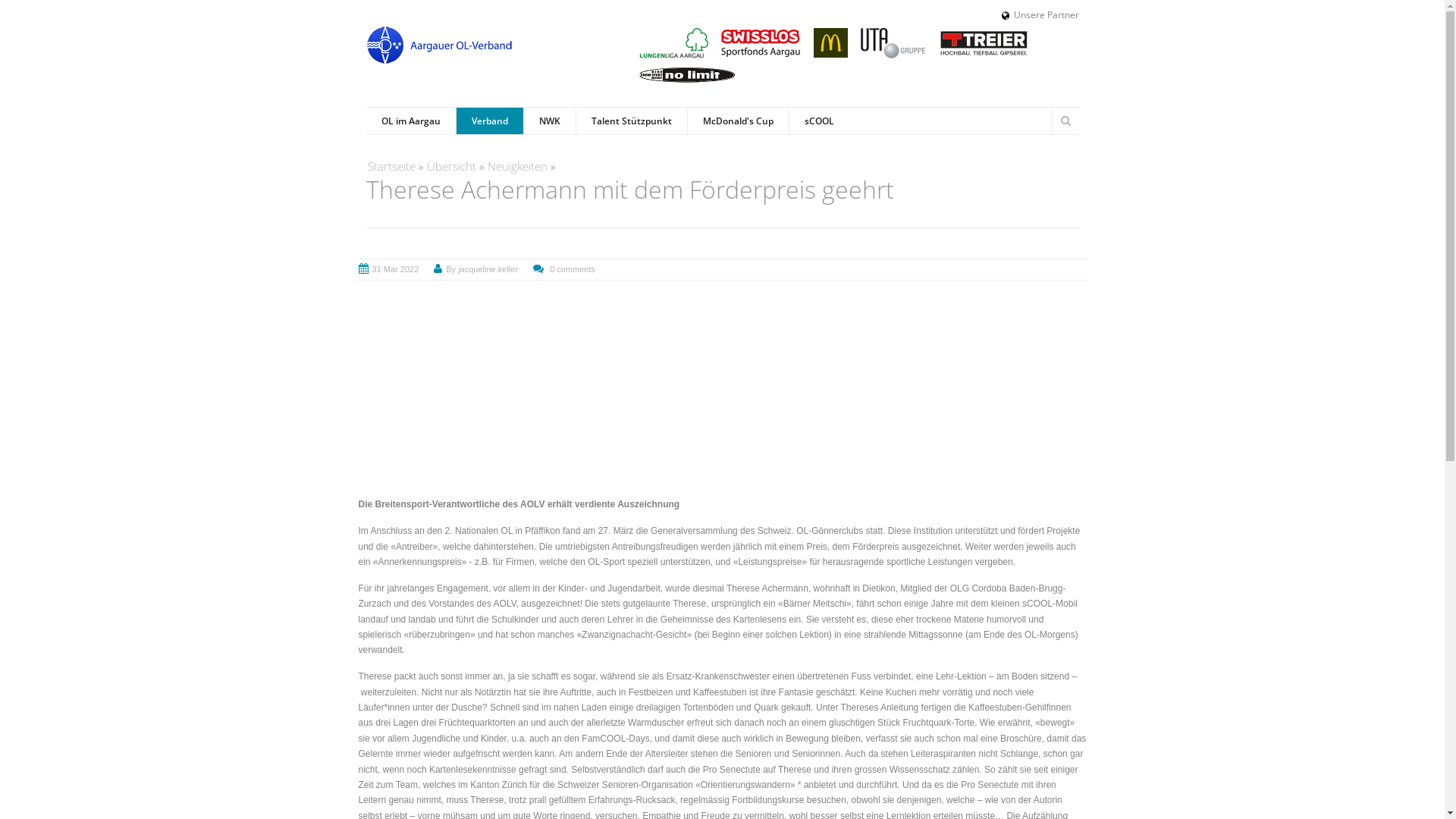 The height and width of the screenshot is (819, 1456). I want to click on 'OL im Aargau', so click(365, 120).